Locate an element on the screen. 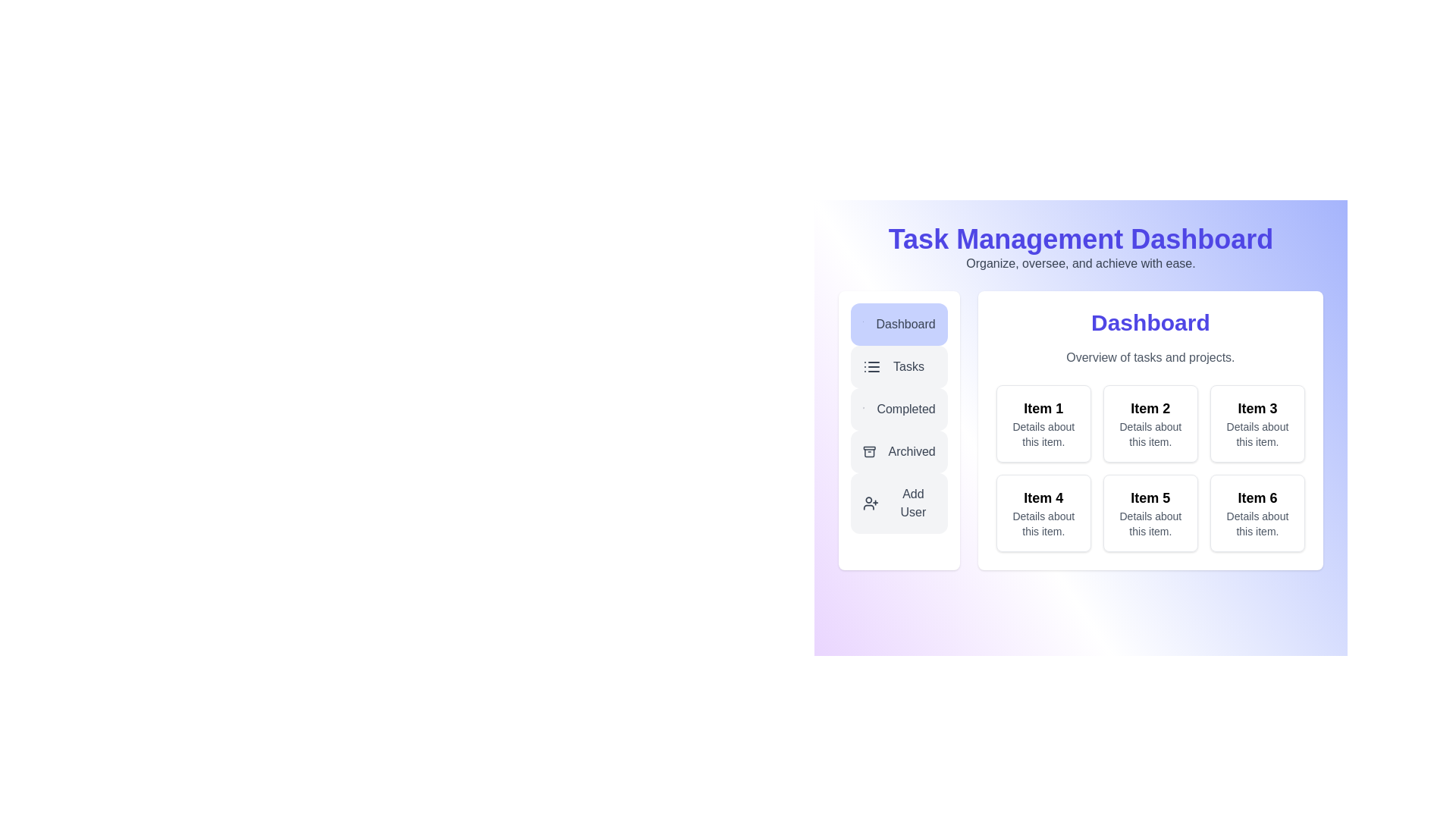 The height and width of the screenshot is (819, 1456). the Archived button in the sidebar menu to navigate to the corresponding section is located at coordinates (899, 451).